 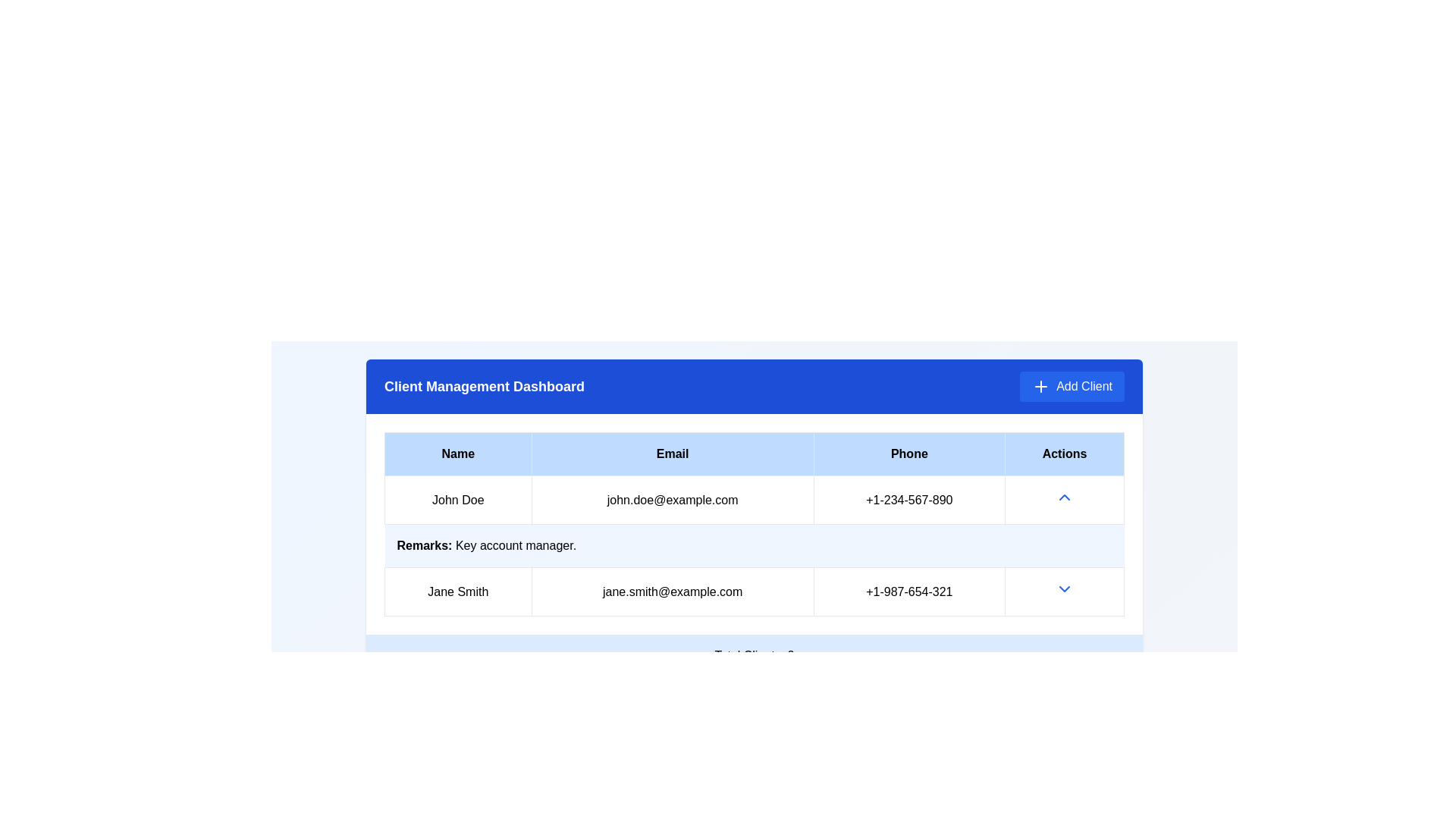 What do you see at coordinates (909, 500) in the screenshot?
I see `the phone number display field showing '+1-234-567-890' for 'John Doe' in the 'Client Management Dashboard'` at bounding box center [909, 500].